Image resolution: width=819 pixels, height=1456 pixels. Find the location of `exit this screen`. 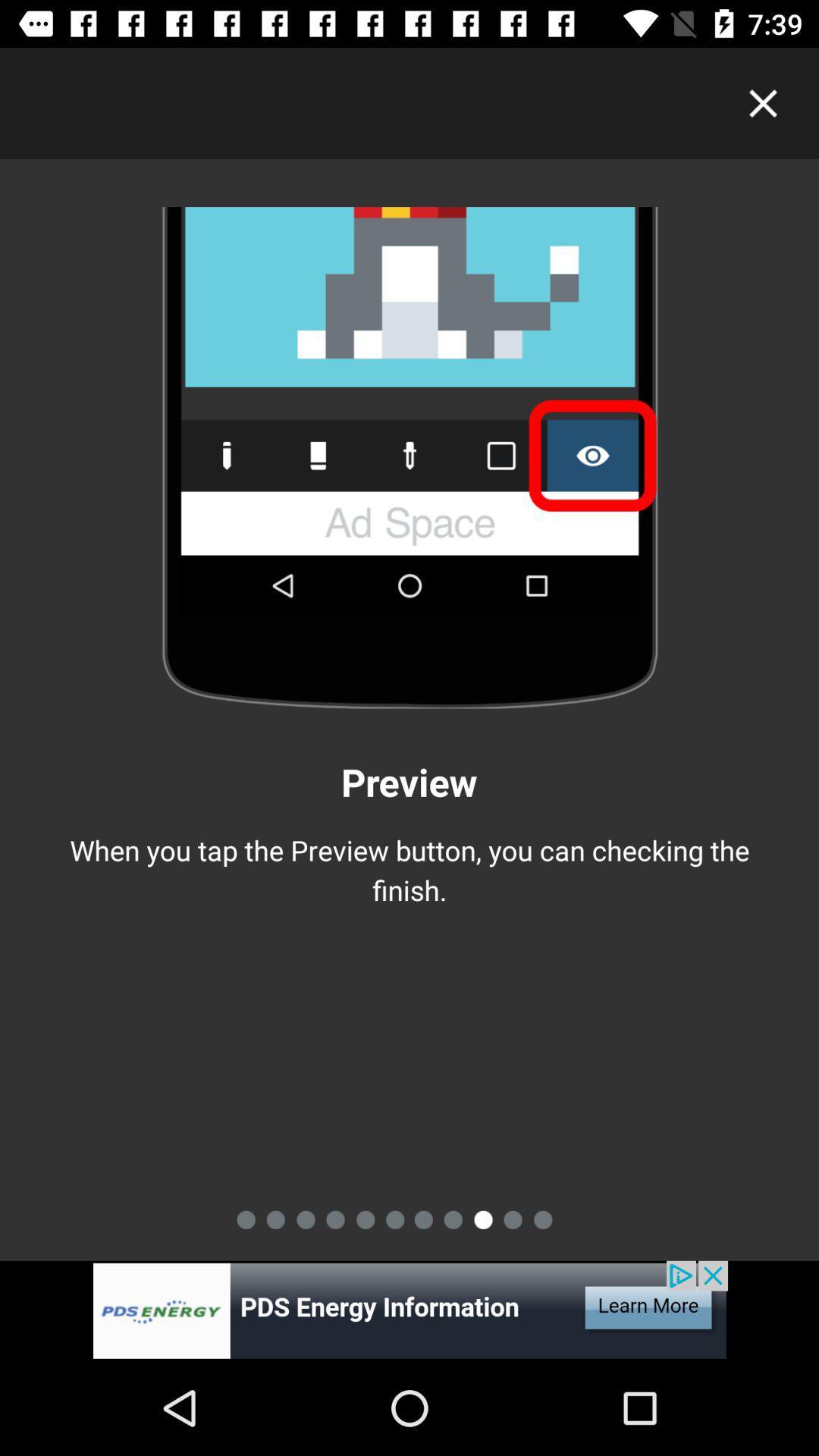

exit this screen is located at coordinates (763, 102).